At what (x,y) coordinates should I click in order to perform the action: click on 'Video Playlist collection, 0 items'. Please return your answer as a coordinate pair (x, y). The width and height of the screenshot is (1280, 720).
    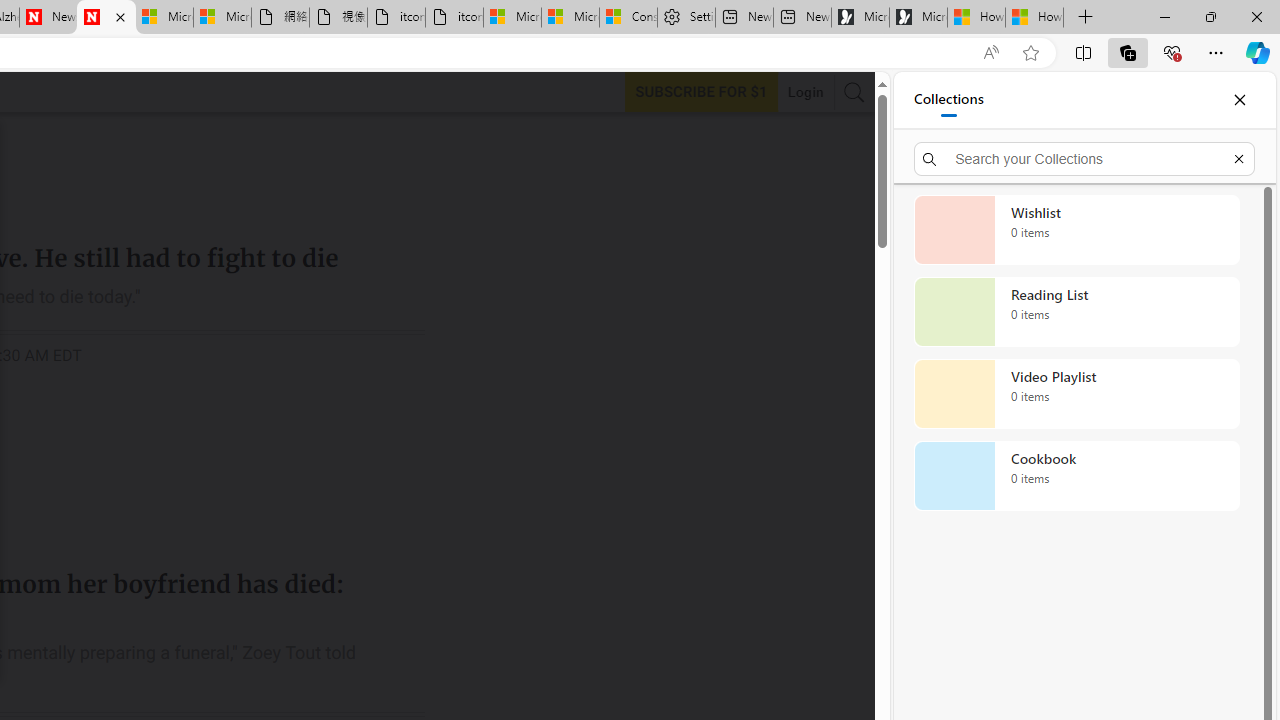
    Looking at the image, I should click on (1076, 394).